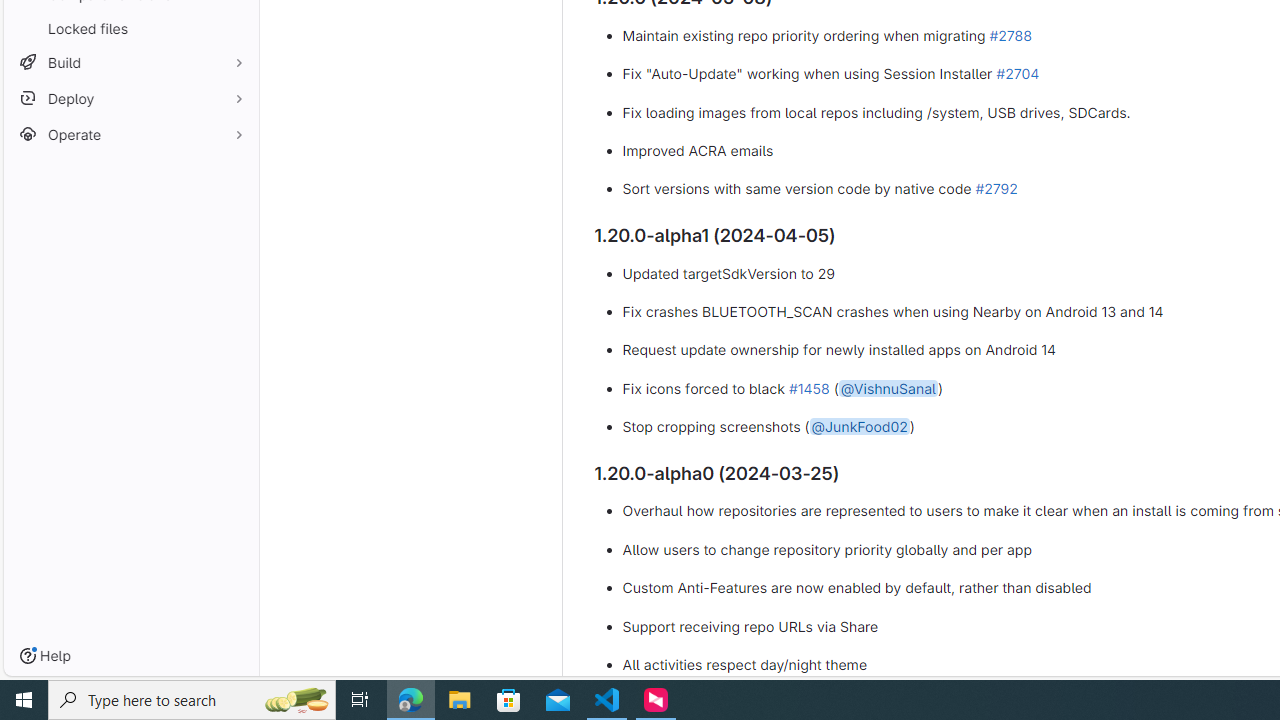 This screenshot has height=720, width=1280. Describe the element at coordinates (509, 698) in the screenshot. I see `'Microsoft Store'` at that location.